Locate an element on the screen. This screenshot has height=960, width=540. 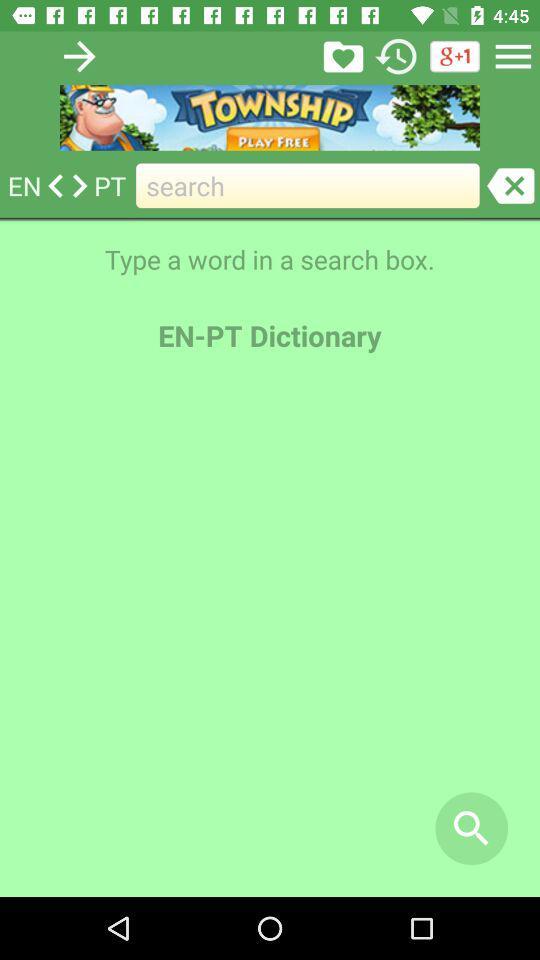
menu button is located at coordinates (513, 55).